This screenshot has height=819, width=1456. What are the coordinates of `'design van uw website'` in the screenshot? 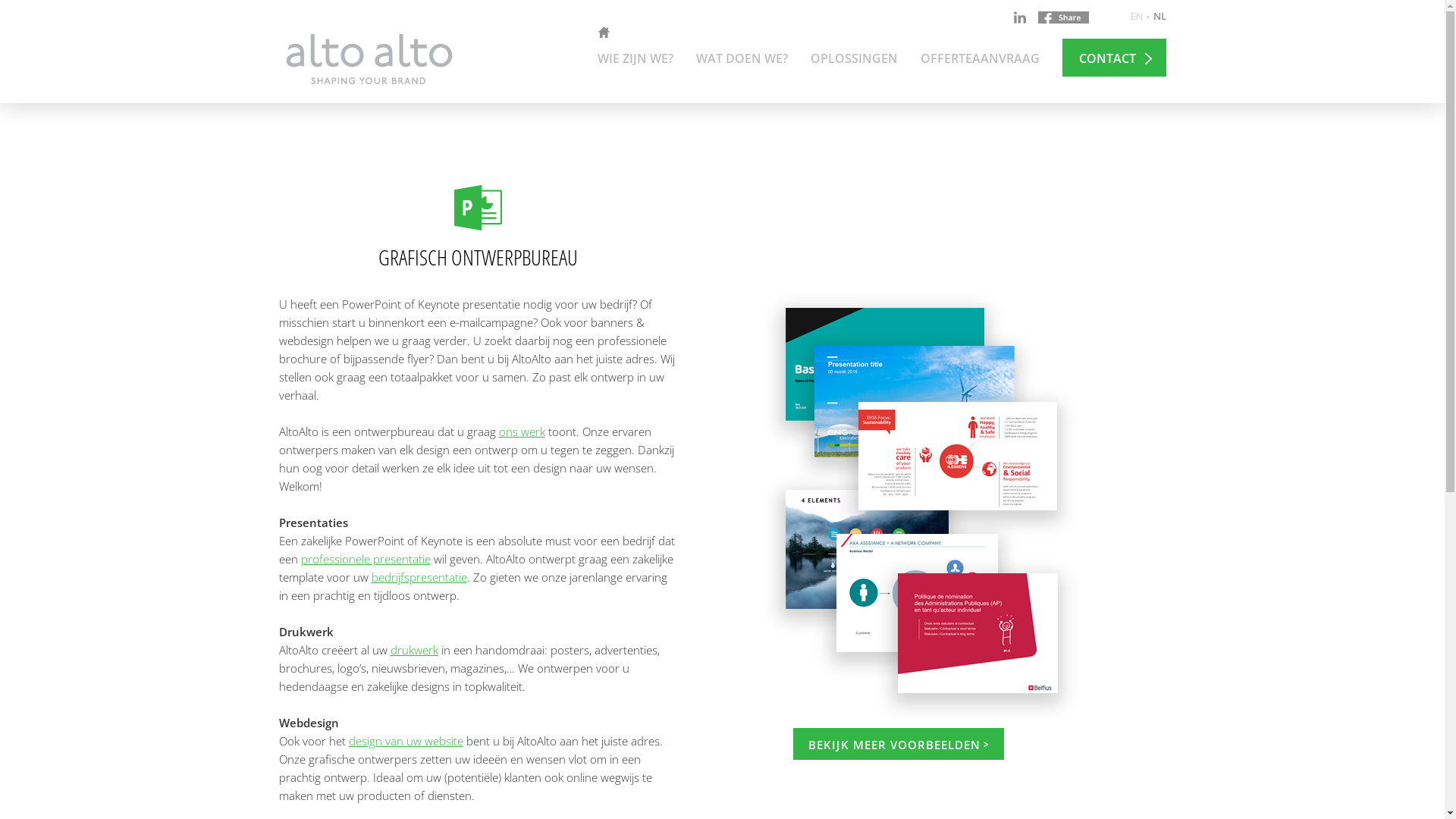 It's located at (406, 739).